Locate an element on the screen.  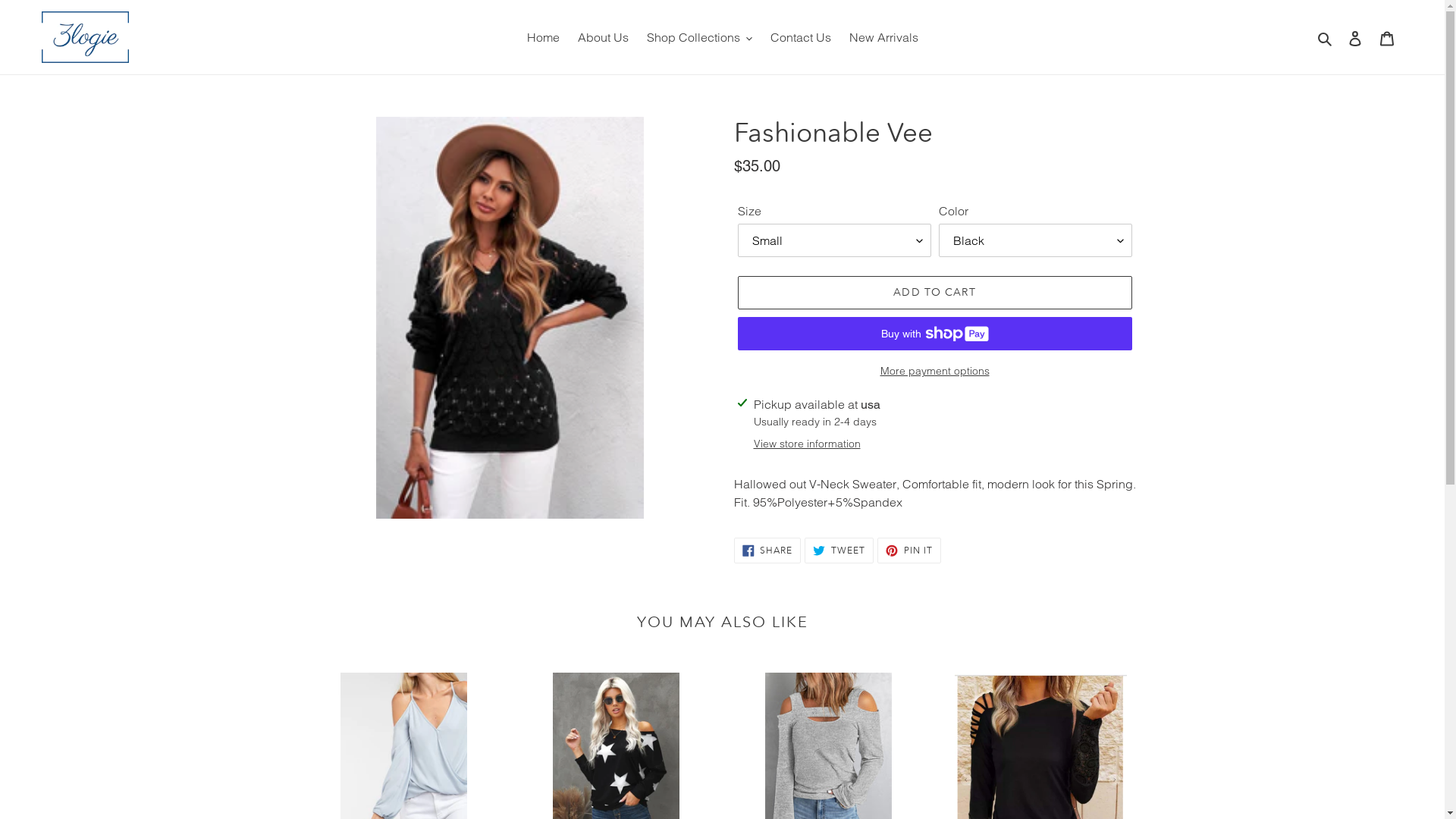
'Search' is located at coordinates (1325, 36).